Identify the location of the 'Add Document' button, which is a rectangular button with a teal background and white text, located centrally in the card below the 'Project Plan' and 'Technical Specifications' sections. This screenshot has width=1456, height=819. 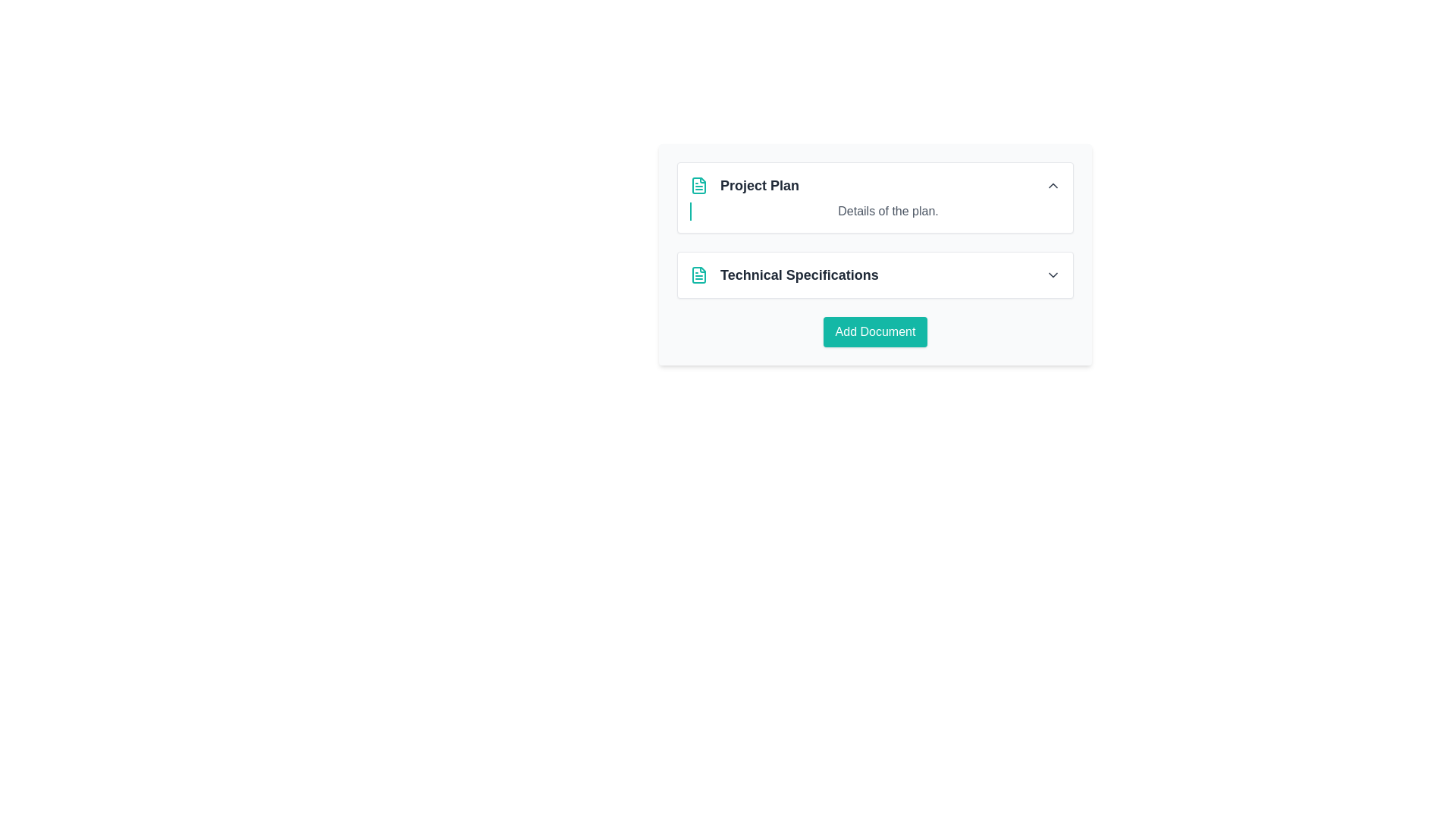
(875, 331).